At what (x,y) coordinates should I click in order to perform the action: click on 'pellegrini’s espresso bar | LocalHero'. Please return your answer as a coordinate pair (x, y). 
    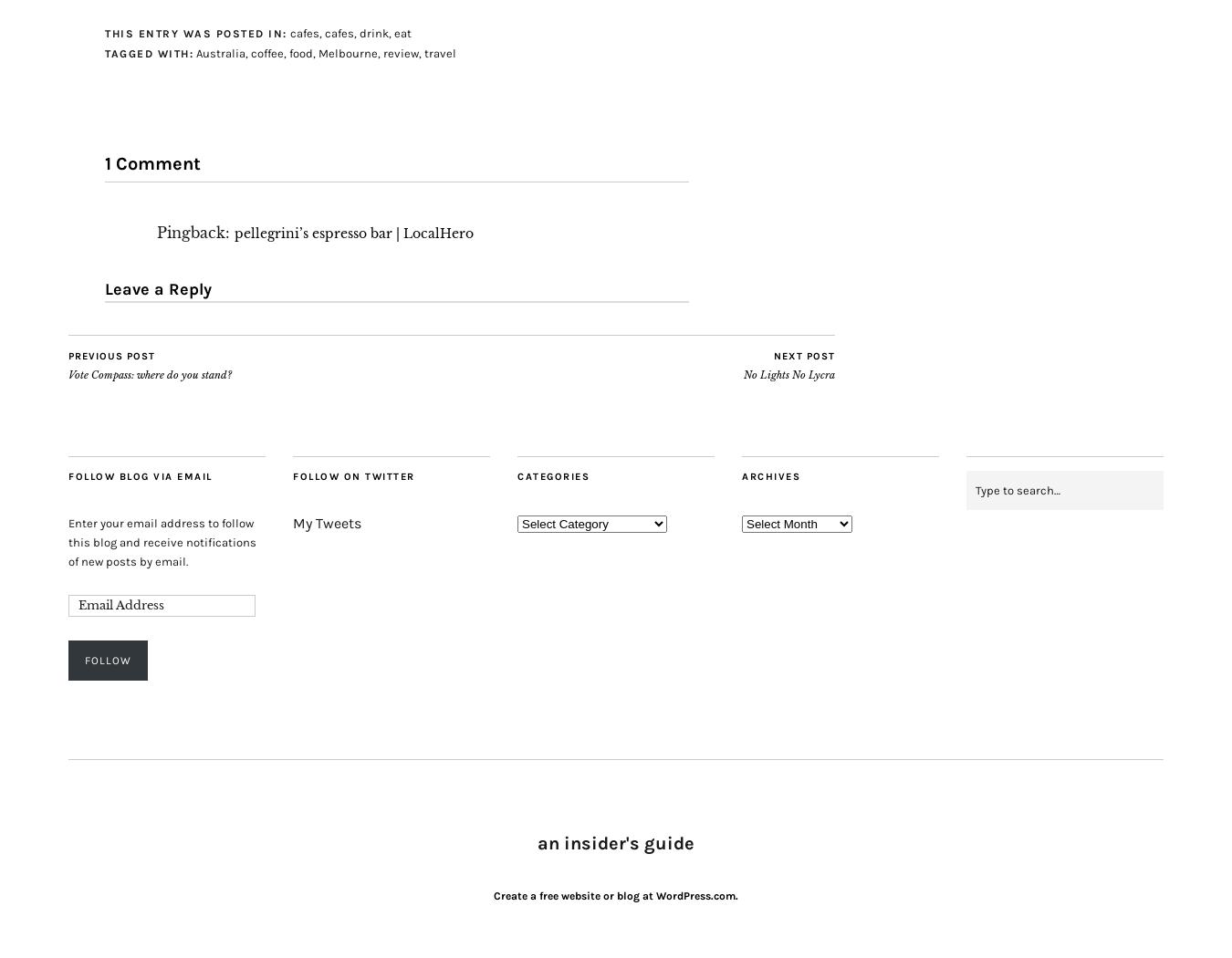
    Looking at the image, I should click on (353, 233).